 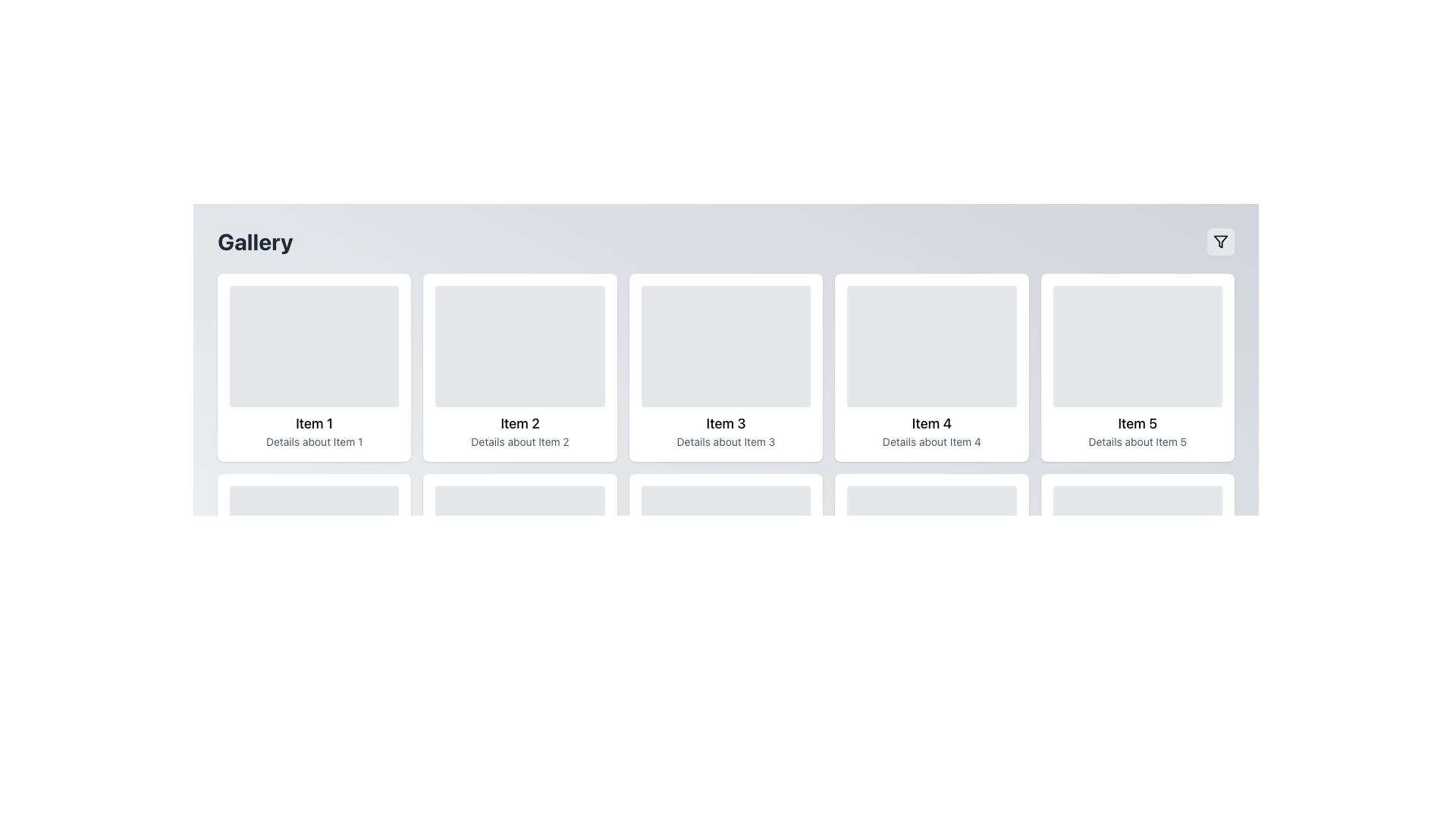 I want to click on the static Text Label that provides additional details about Item 5, located beneath the title text in the fifth card of the Gallery, so click(x=1137, y=441).